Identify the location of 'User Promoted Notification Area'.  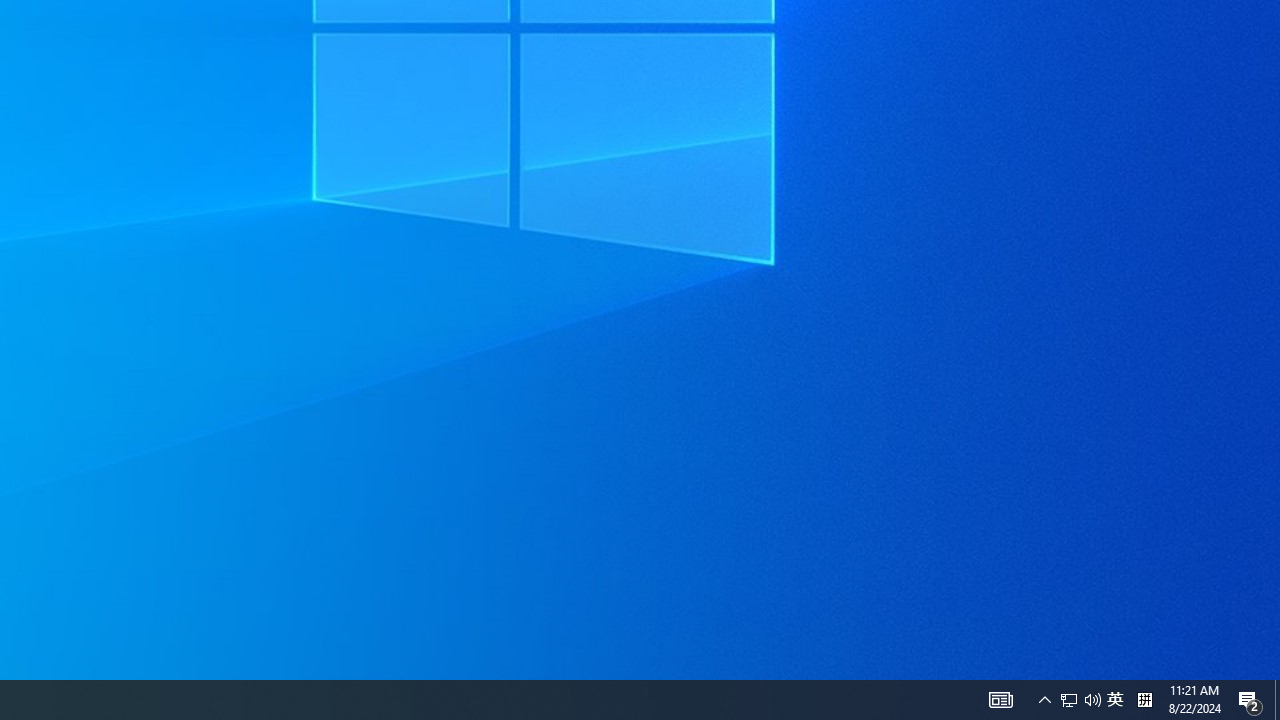
(1079, 698).